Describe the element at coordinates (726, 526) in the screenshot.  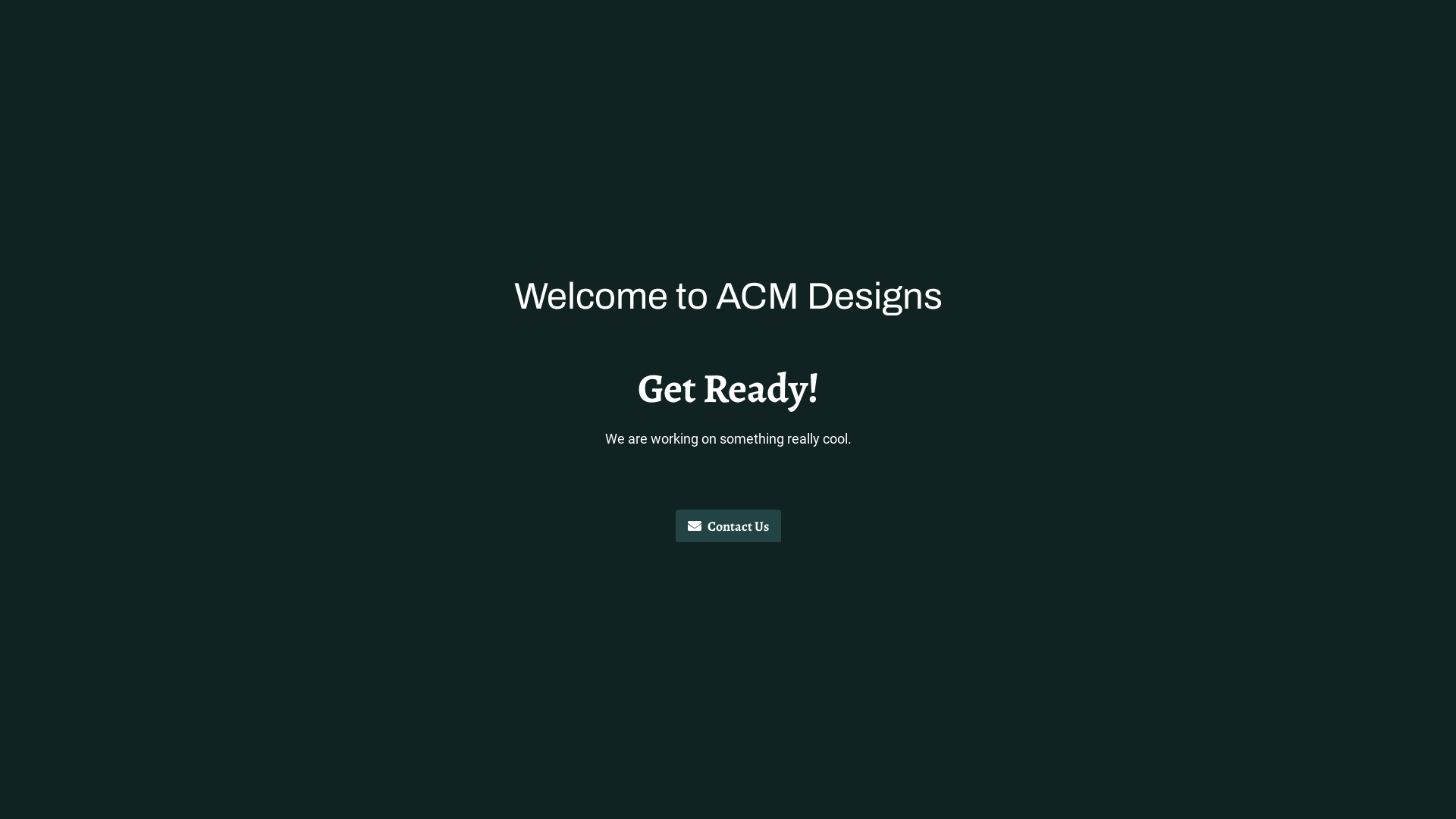
I see `'Contact Us'` at that location.